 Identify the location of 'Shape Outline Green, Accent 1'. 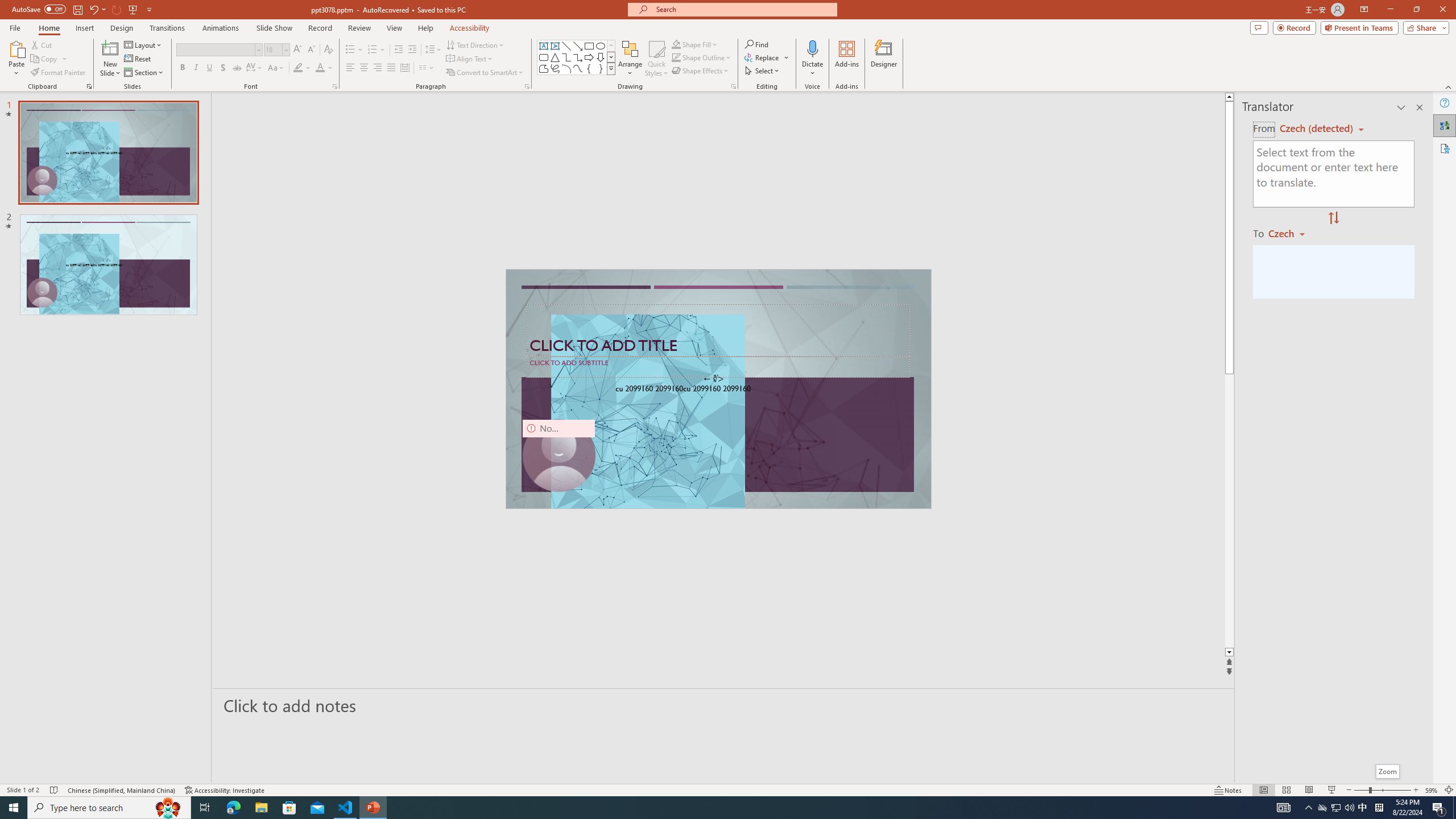
(676, 56).